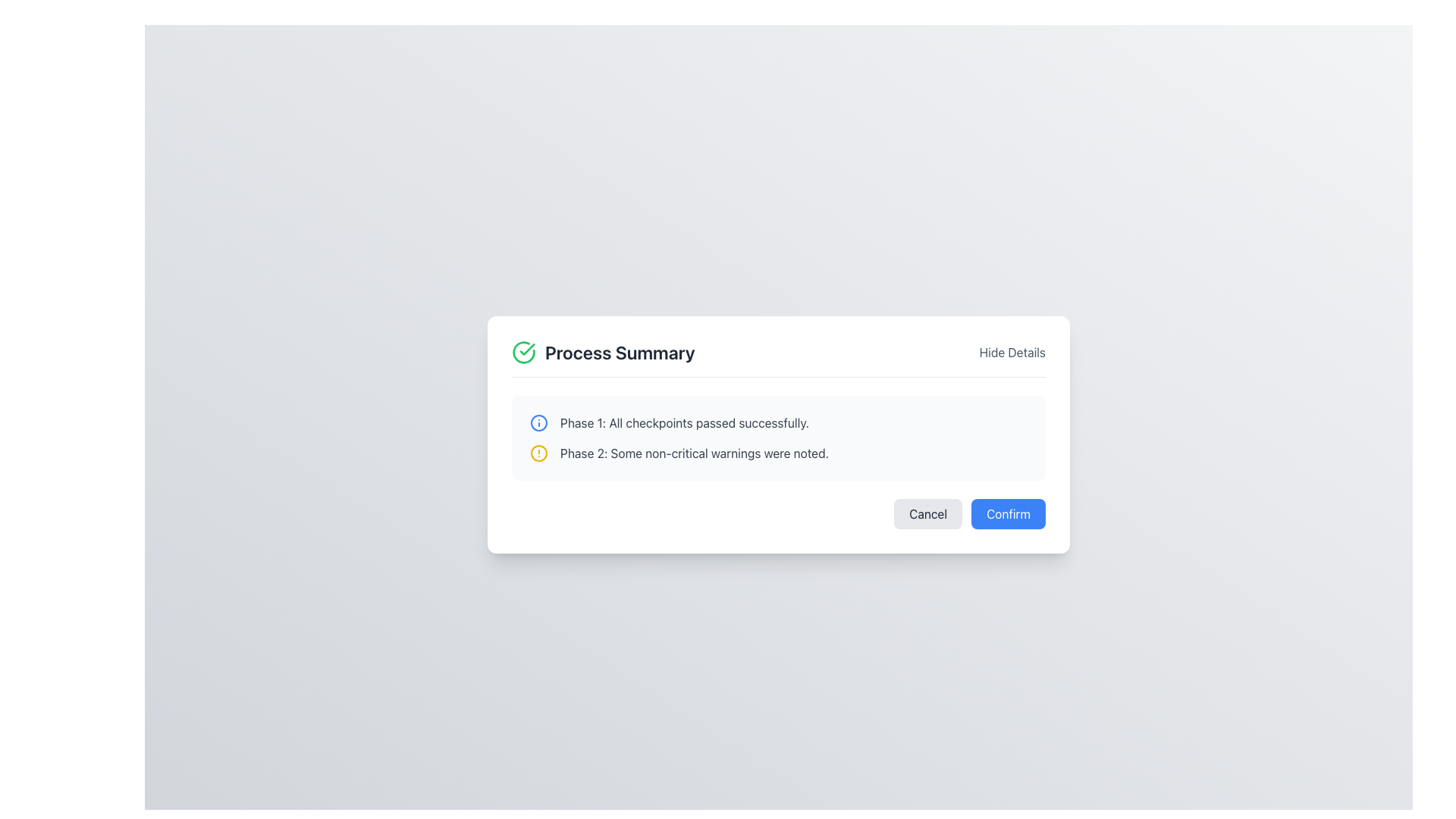 The width and height of the screenshot is (1456, 819). What do you see at coordinates (1008, 513) in the screenshot?
I see `the 'Confirm' button located at the bottom-right corner of the 'Process Summary' dialog box to confirm the action` at bounding box center [1008, 513].